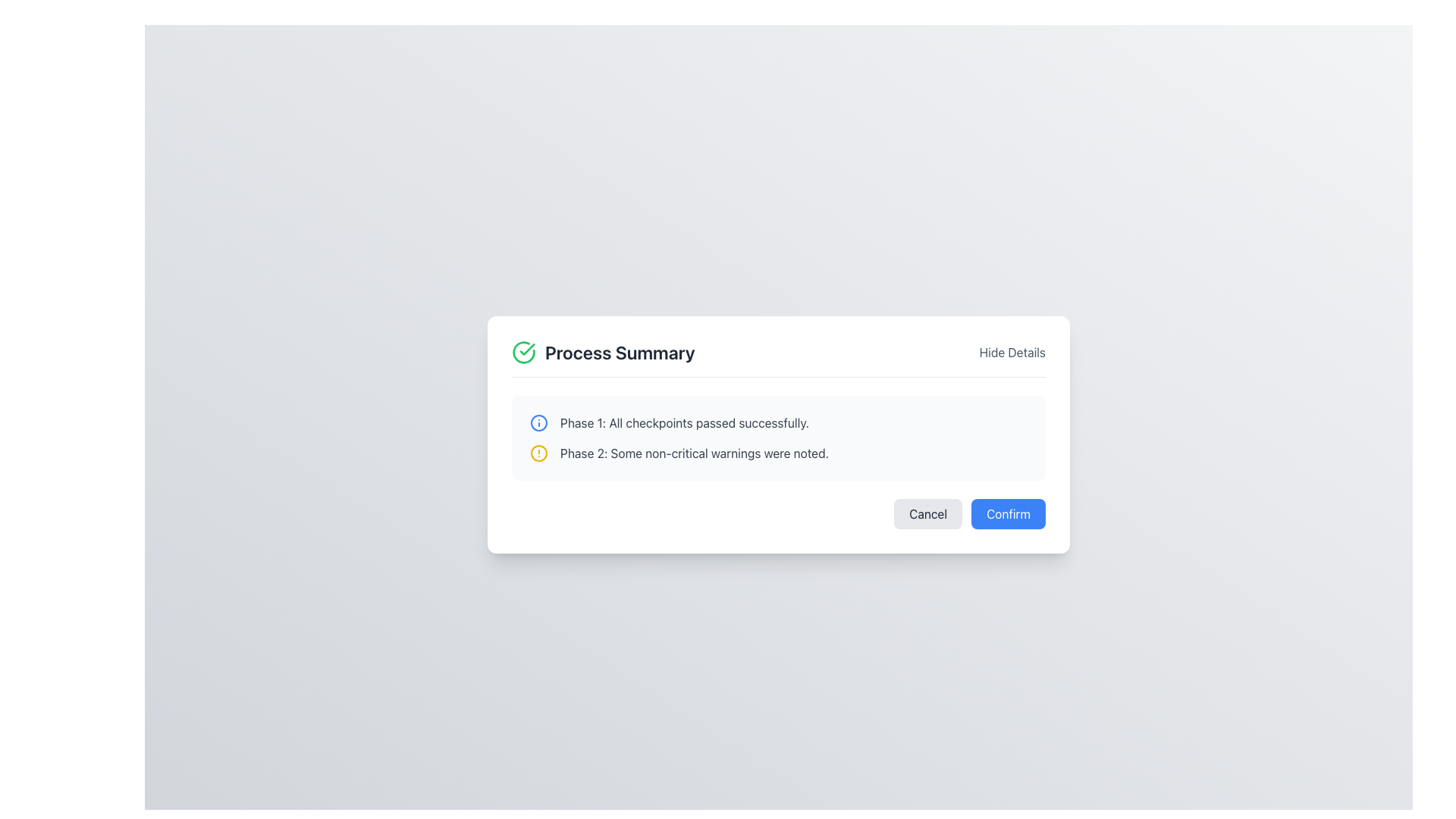 The width and height of the screenshot is (1456, 819). What do you see at coordinates (1008, 513) in the screenshot?
I see `the 'Confirm' button located at the bottom-right corner of the 'Process Summary' dialog box to confirm the action` at bounding box center [1008, 513].